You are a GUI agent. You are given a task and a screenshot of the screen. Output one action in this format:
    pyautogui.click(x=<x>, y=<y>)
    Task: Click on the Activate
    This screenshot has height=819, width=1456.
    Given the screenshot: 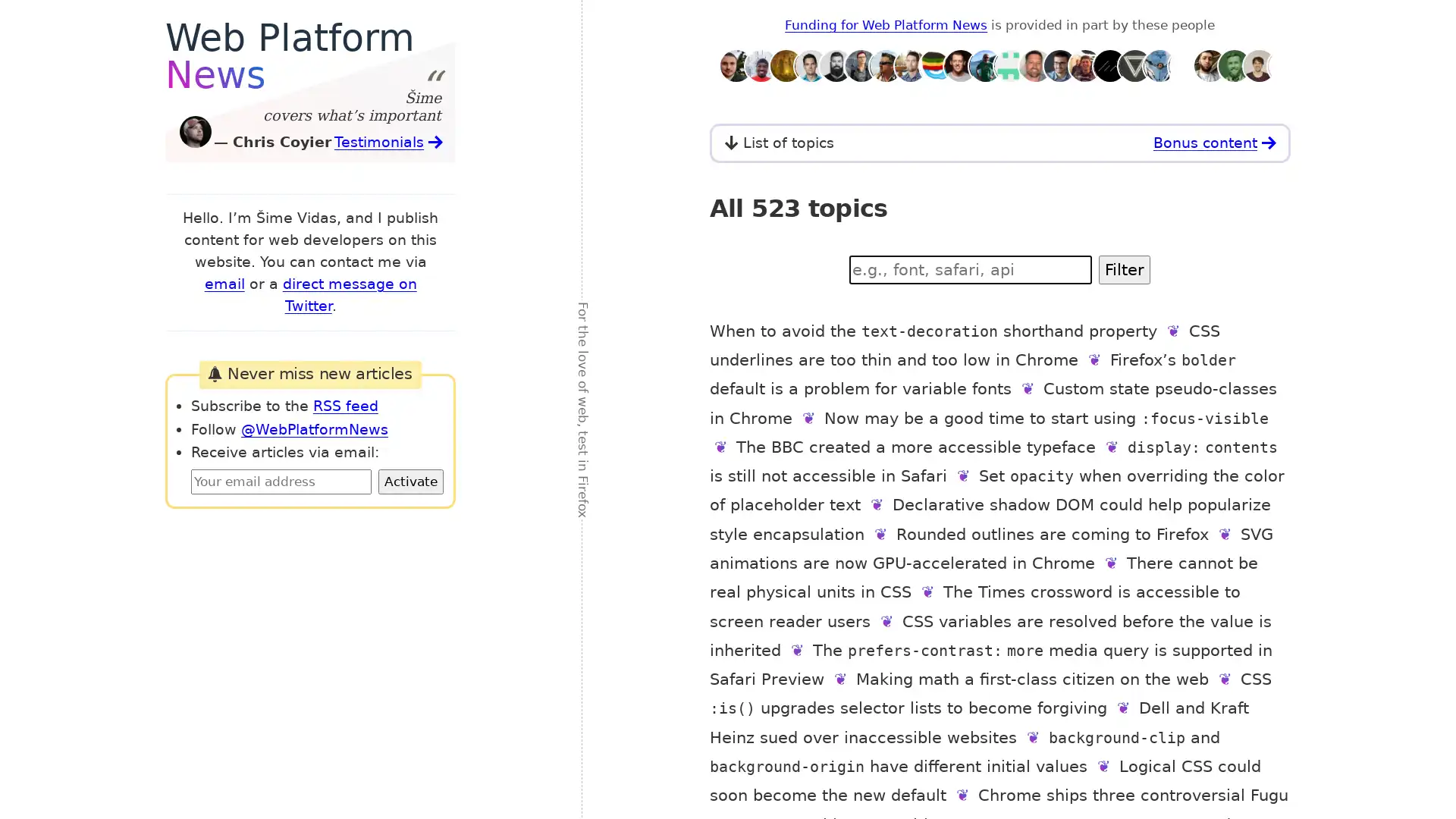 What is the action you would take?
    pyautogui.click(x=410, y=482)
    